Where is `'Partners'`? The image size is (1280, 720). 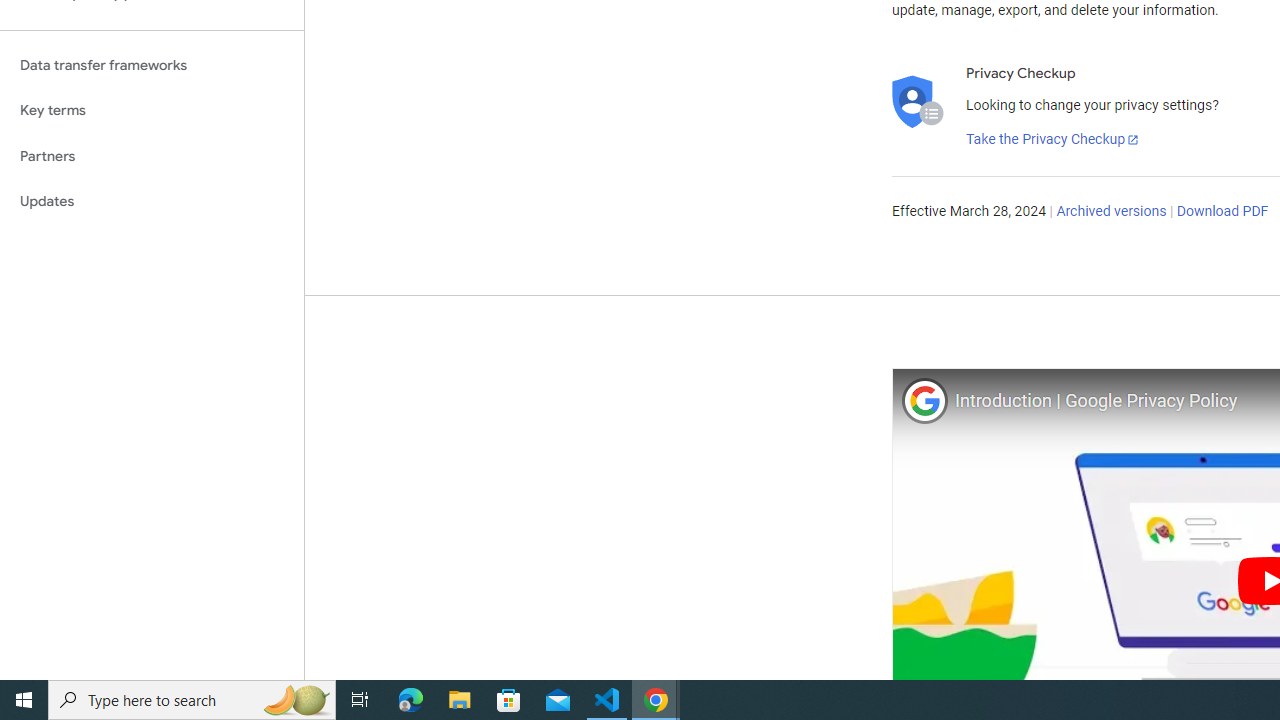 'Partners' is located at coordinates (151, 155).